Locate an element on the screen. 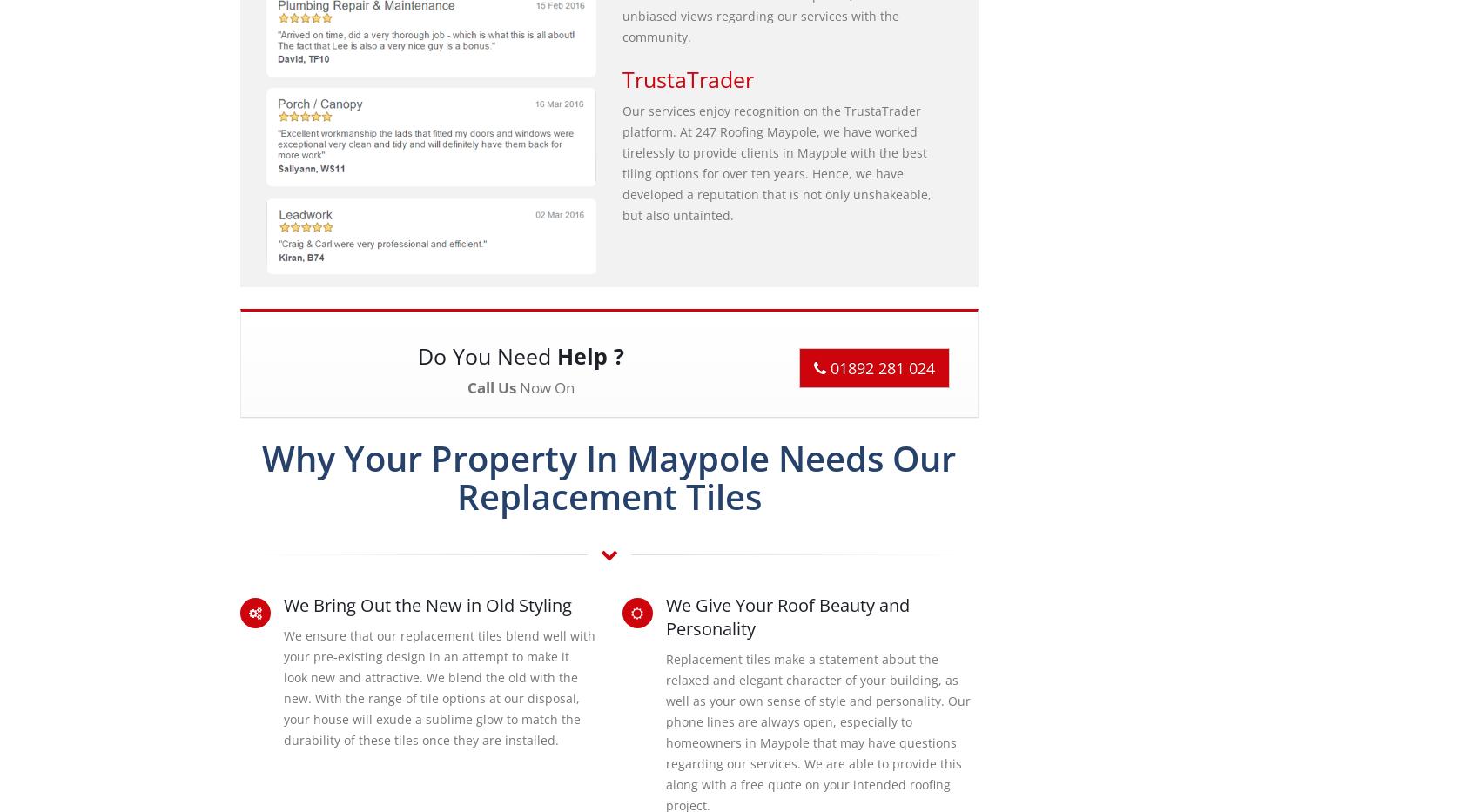 This screenshot has width=1473, height=812. 'Why Your Property in Maypole Needs Our Replacement Tiles' is located at coordinates (609, 475).